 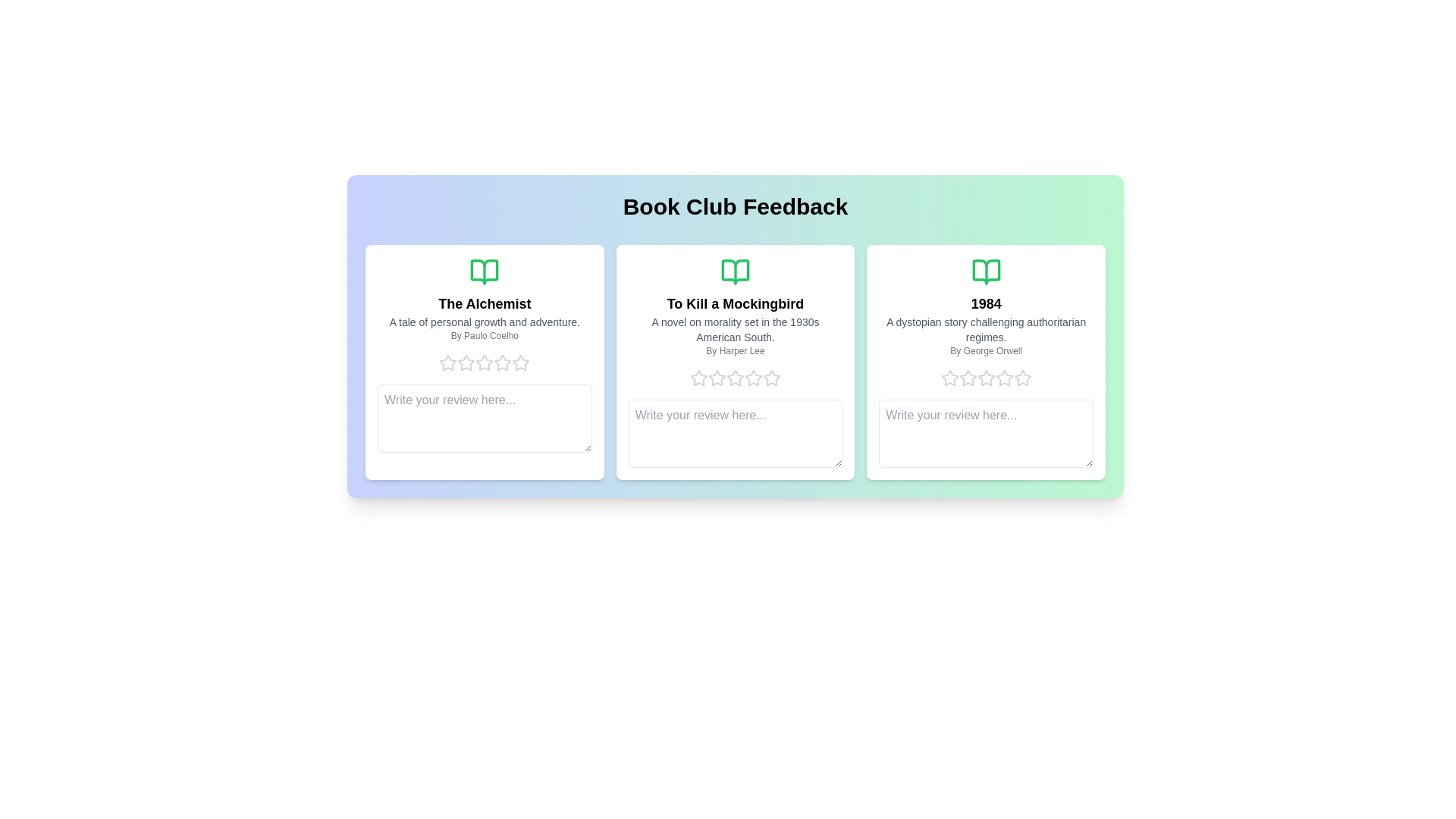 What do you see at coordinates (771, 377) in the screenshot?
I see `the fifth gray star icon representing the rating for 'To Kill a Mockingbird'` at bounding box center [771, 377].